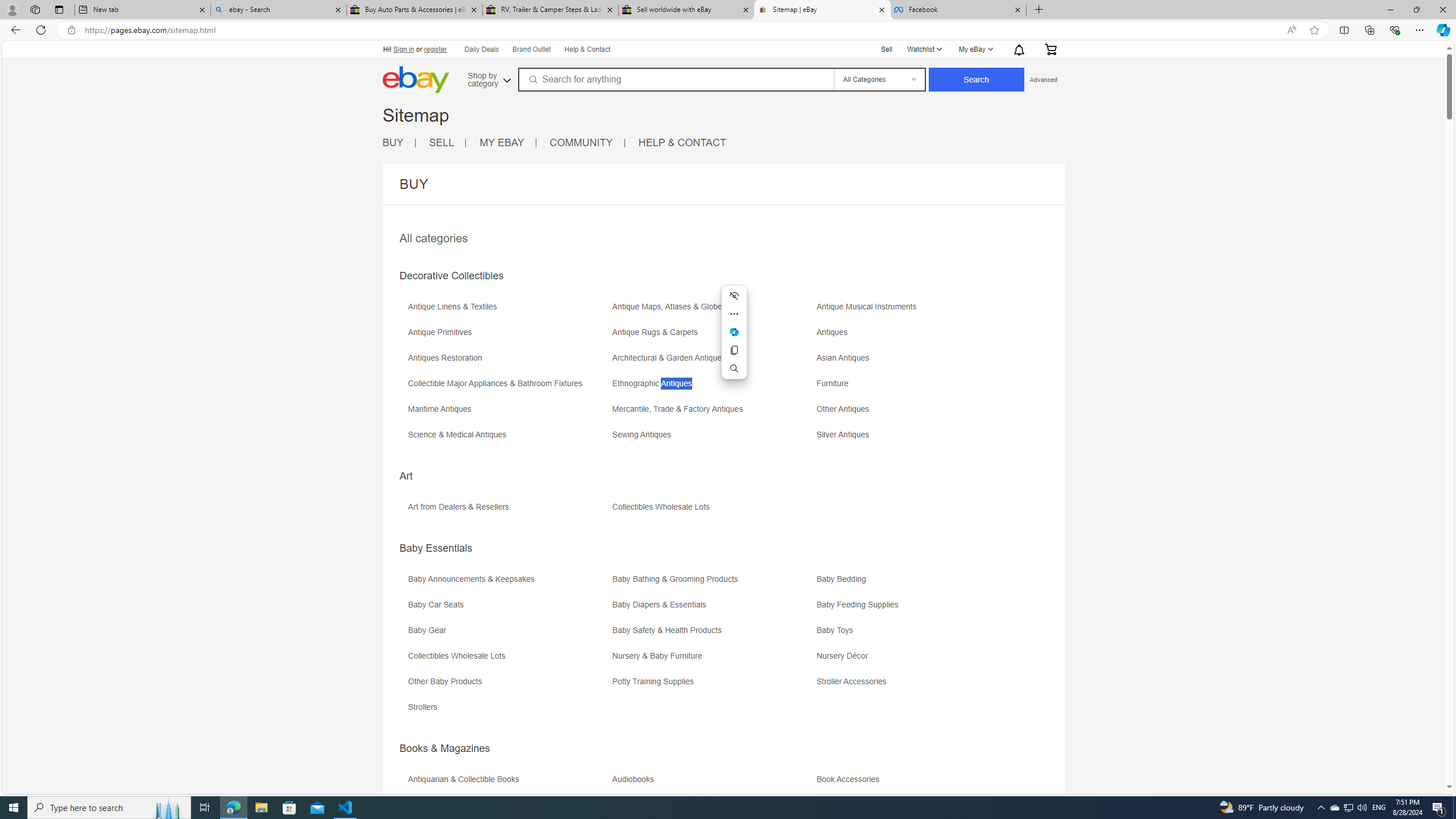 The image size is (1456, 819). What do you see at coordinates (586, 49) in the screenshot?
I see `'Help & Contact'` at bounding box center [586, 49].